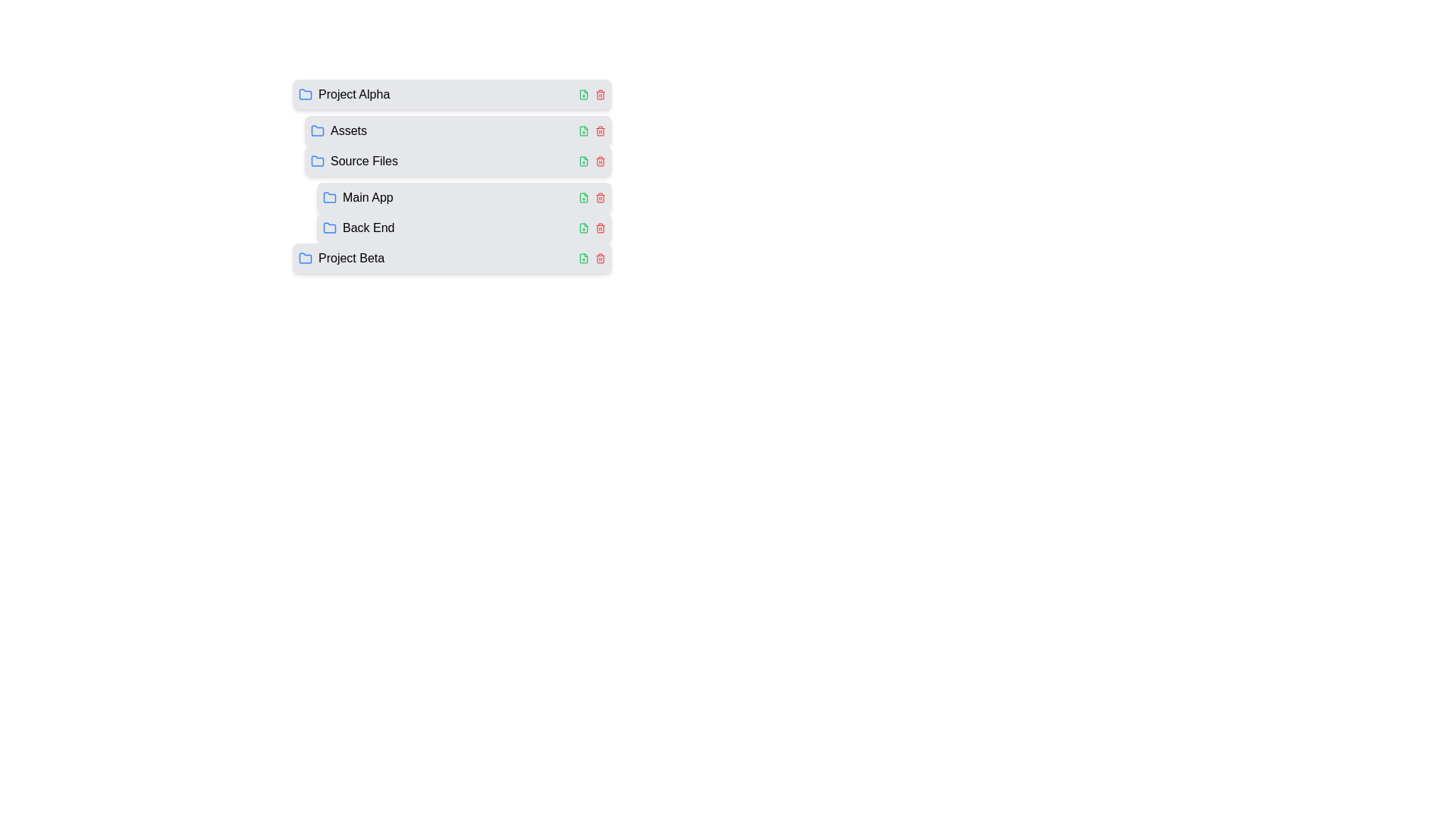  What do you see at coordinates (353, 161) in the screenshot?
I see `the labeled icon representing 'Source Files', which is the second item in the vertical list below 'Assets' and above 'Main App'` at bounding box center [353, 161].